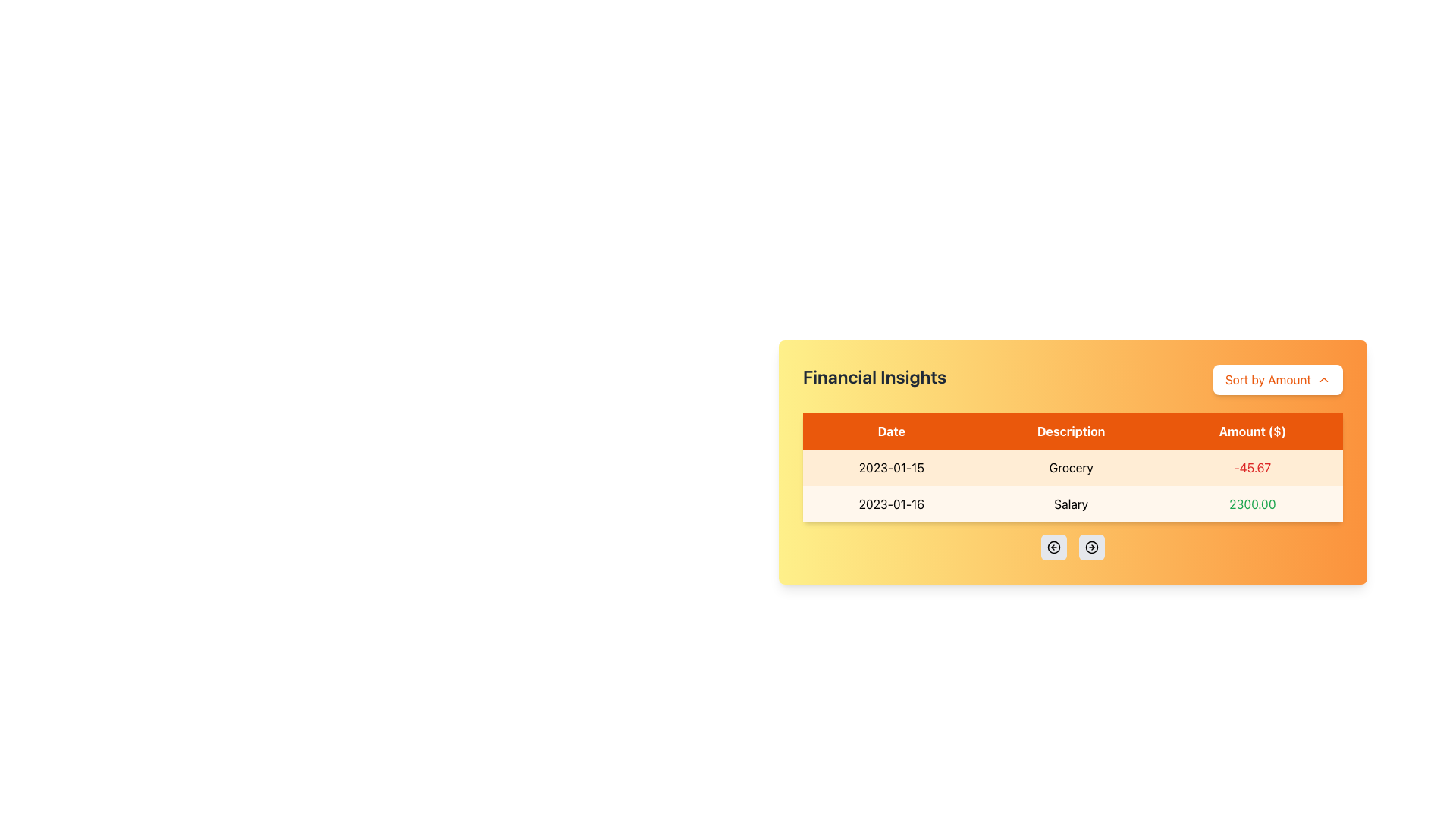  I want to click on the green text label displaying '2300.00' in the third column of the second row under the 'Amount ($)' header in the data table, so click(1252, 504).